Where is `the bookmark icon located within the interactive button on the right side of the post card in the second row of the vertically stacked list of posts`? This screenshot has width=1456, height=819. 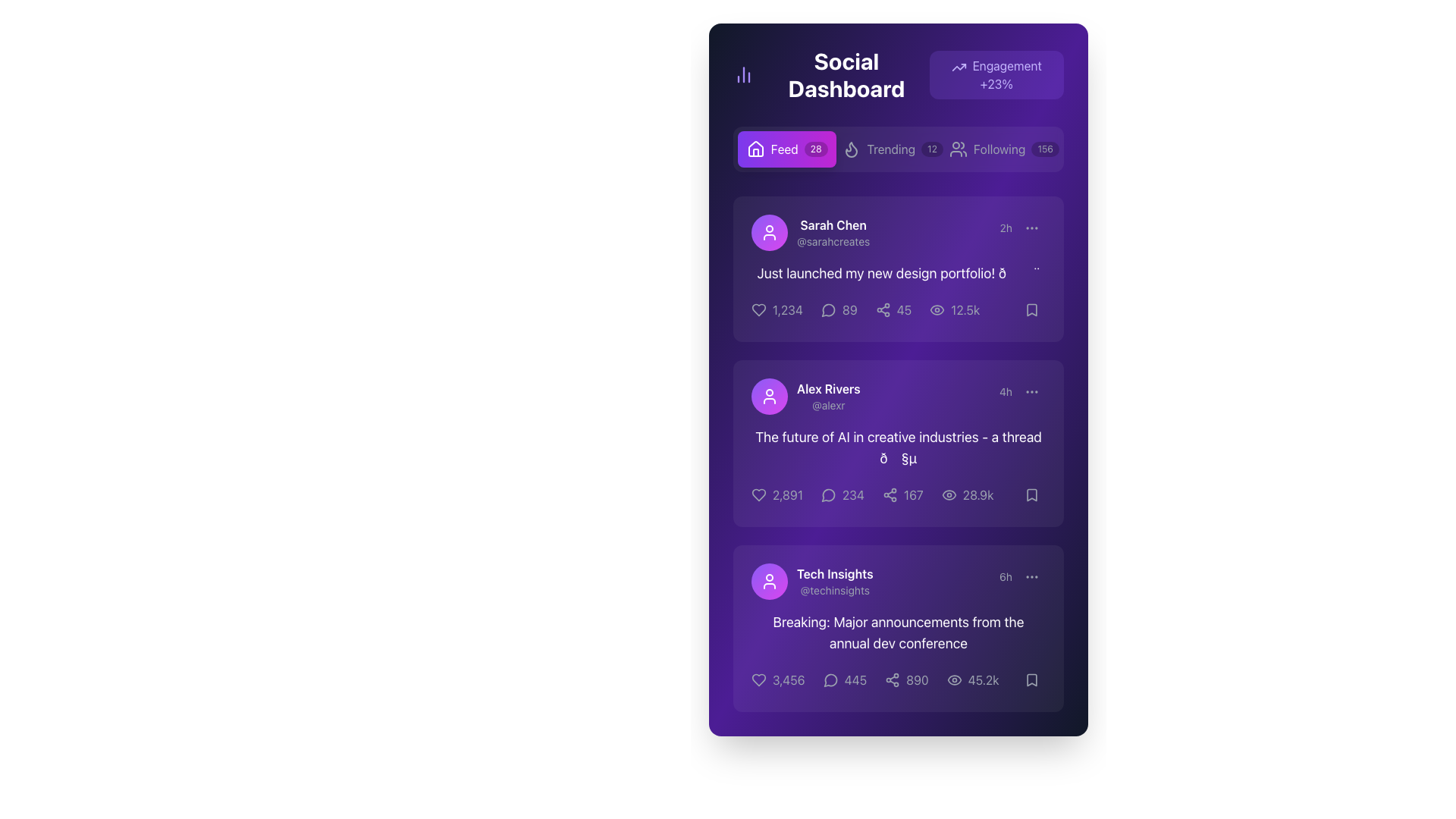
the bookmark icon located within the interactive button on the right side of the post card in the second row of the vertically stacked list of posts is located at coordinates (1031, 494).